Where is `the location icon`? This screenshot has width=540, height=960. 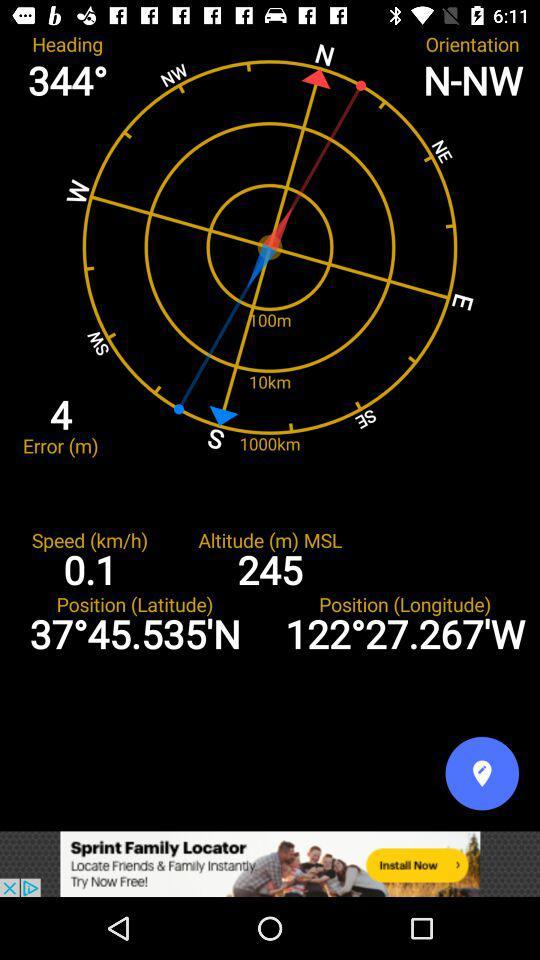
the location icon is located at coordinates (481, 772).